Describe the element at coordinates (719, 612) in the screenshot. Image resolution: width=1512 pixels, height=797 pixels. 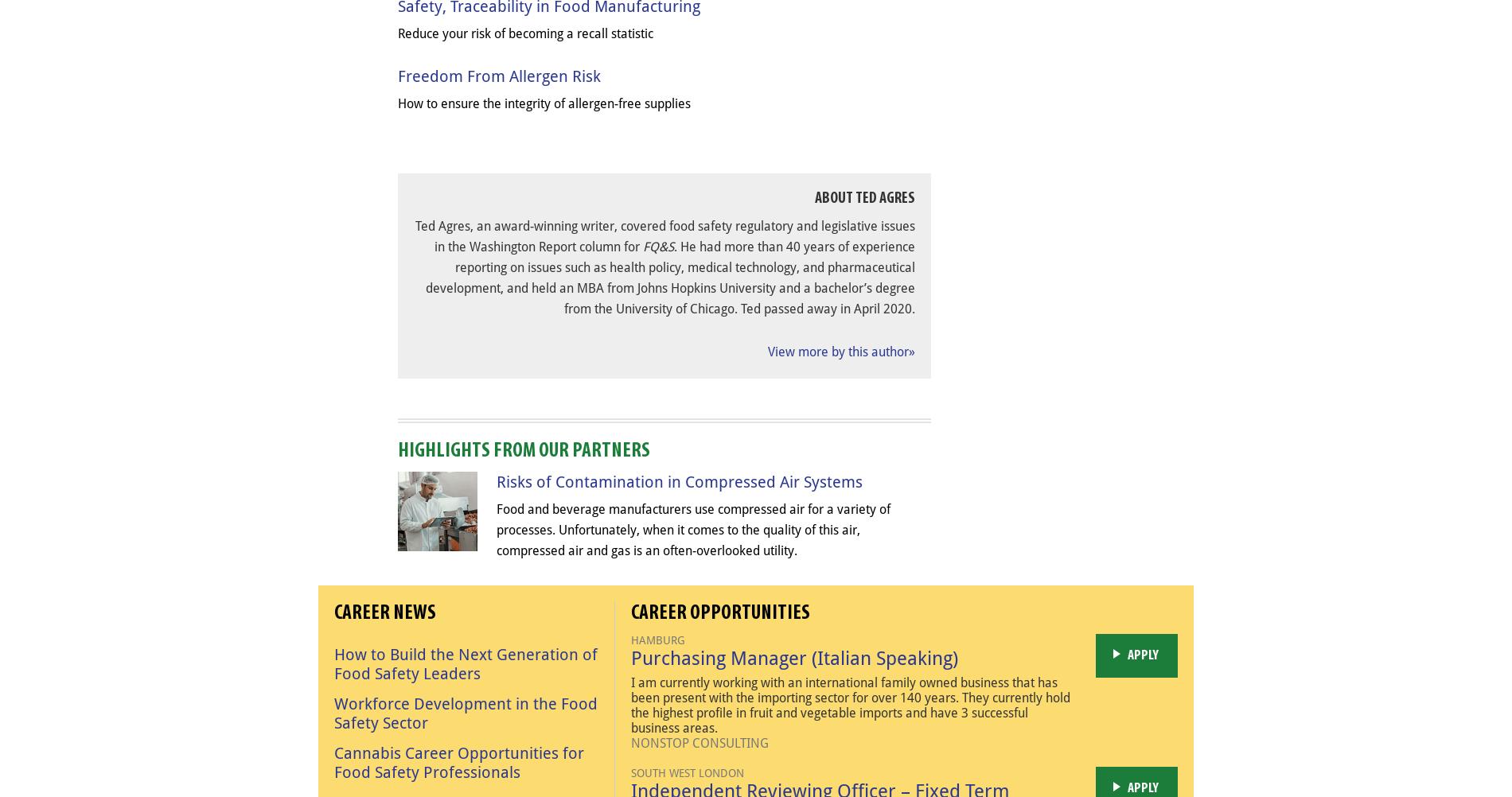
I see `'Career Opportunities'` at that location.